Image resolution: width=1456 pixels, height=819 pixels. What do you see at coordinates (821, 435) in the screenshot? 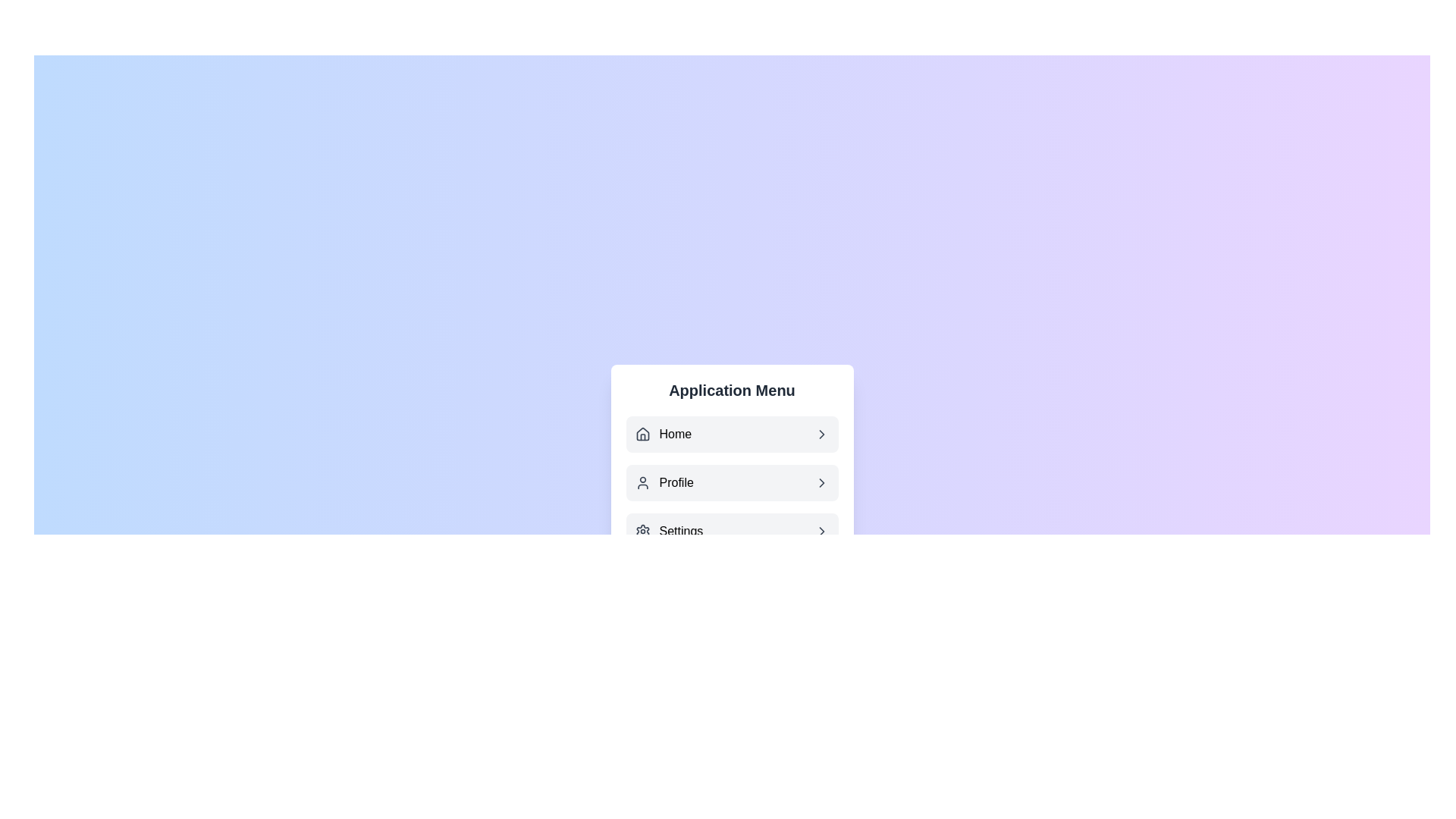
I see `the right chevron arrow marker located to the far-right within the 'Home' menu item, indicating it can be interacted with to navigate or expand a submenu` at bounding box center [821, 435].